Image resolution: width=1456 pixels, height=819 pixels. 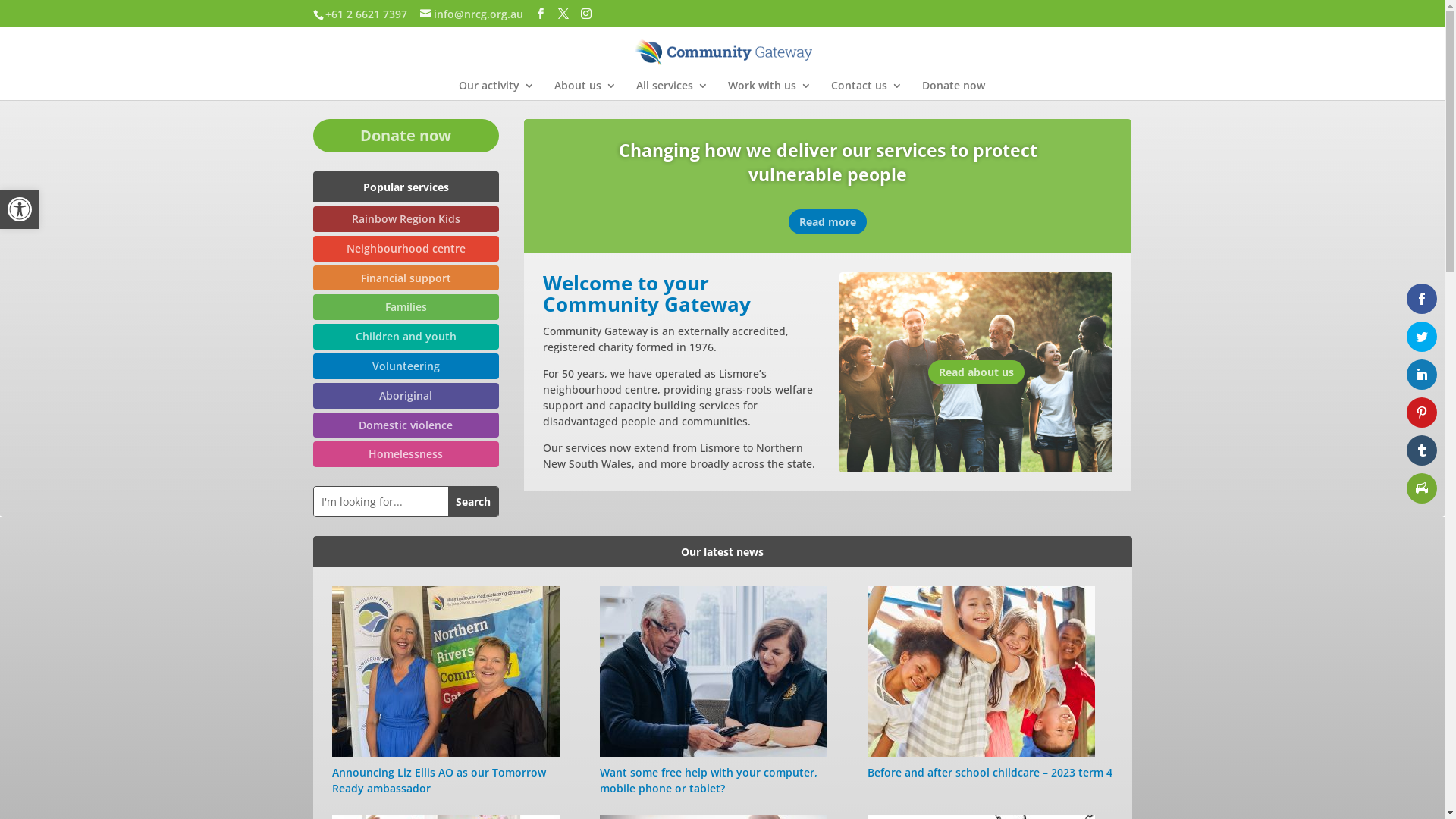 What do you see at coordinates (19, 209) in the screenshot?
I see `'Open toolbar` at bounding box center [19, 209].